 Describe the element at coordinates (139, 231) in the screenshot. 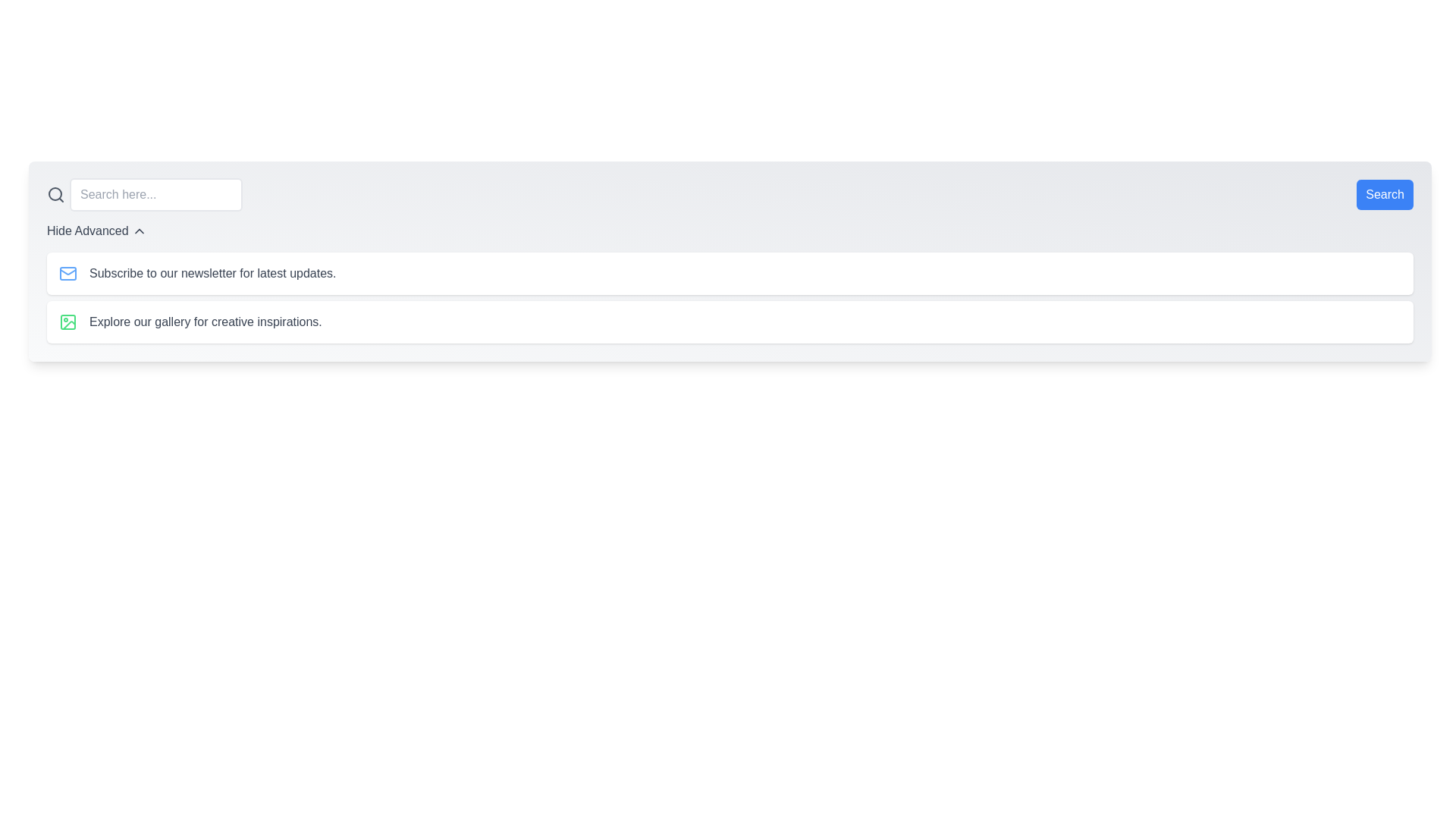

I see `the downward-pointing chevron-shaped icon next to the text 'Hide Advanced'` at that location.